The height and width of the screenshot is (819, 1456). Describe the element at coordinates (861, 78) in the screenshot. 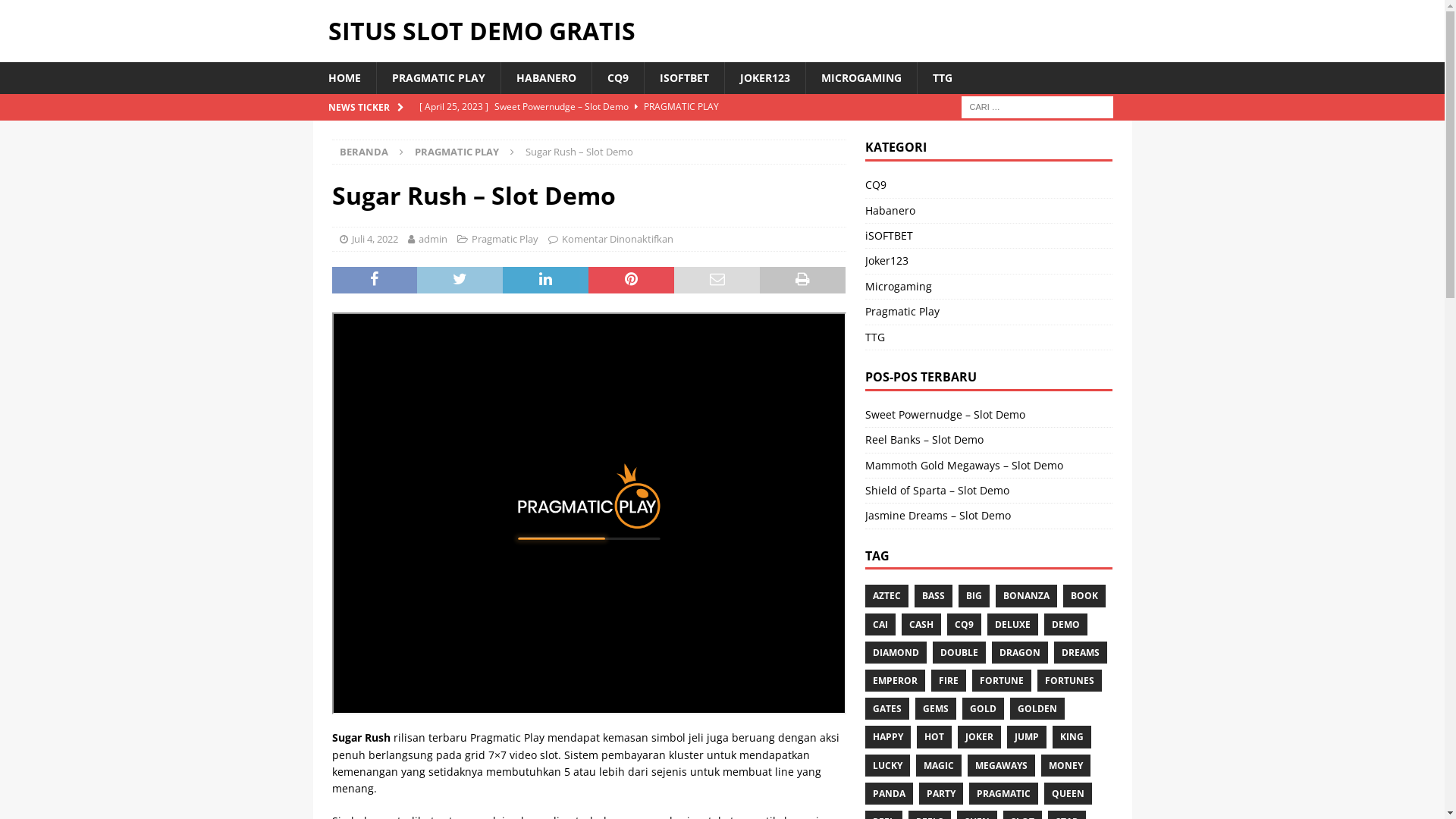

I see `'MICROGAMING'` at that location.